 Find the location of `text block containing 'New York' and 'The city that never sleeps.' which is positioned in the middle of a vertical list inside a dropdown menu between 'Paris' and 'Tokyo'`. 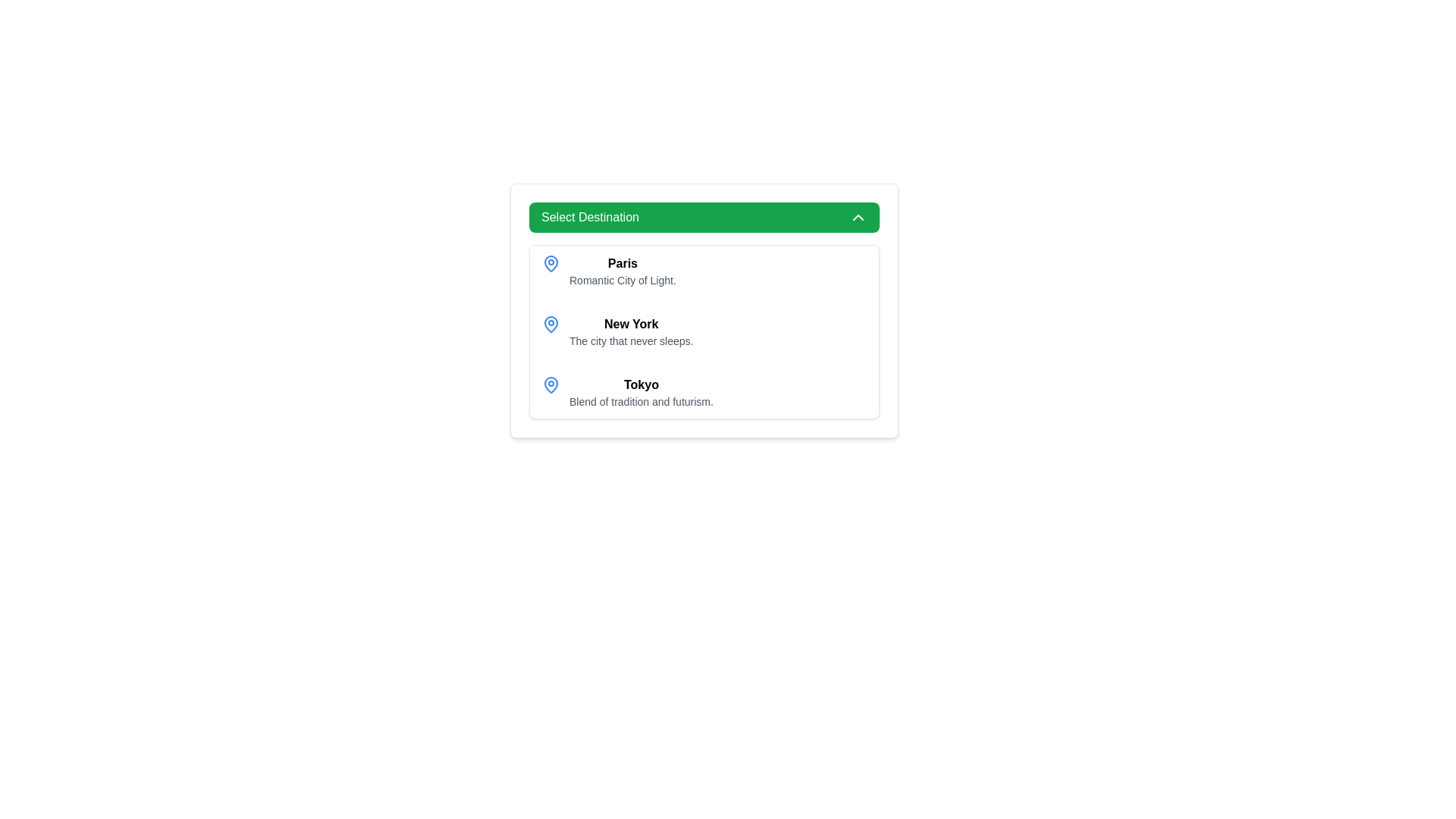

text block containing 'New York' and 'The city that never sleeps.' which is positioned in the middle of a vertical list inside a dropdown menu between 'Paris' and 'Tokyo' is located at coordinates (631, 331).